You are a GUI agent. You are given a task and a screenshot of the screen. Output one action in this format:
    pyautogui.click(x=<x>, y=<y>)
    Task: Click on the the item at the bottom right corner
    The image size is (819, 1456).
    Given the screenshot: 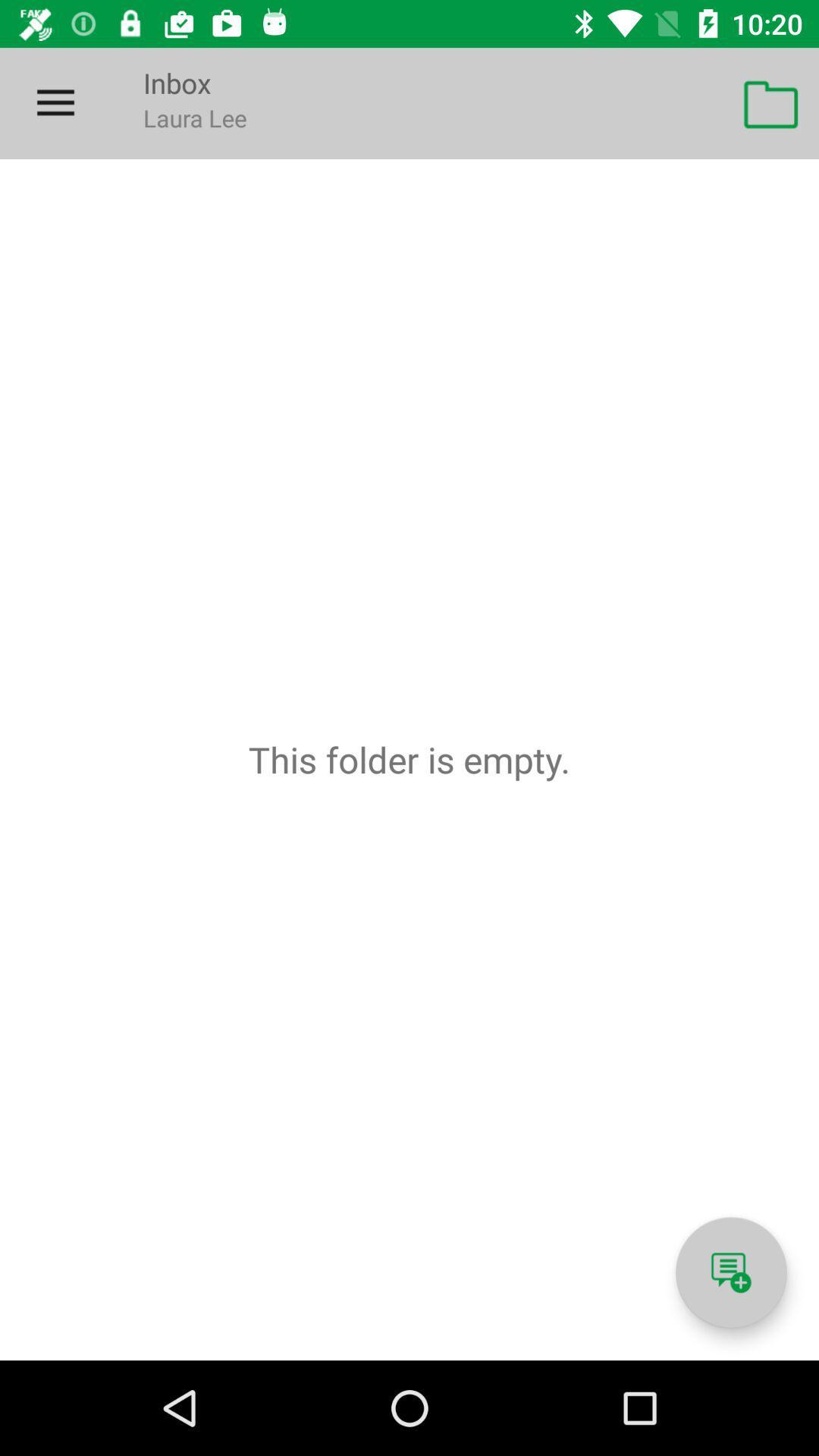 What is the action you would take?
    pyautogui.click(x=730, y=1272)
    